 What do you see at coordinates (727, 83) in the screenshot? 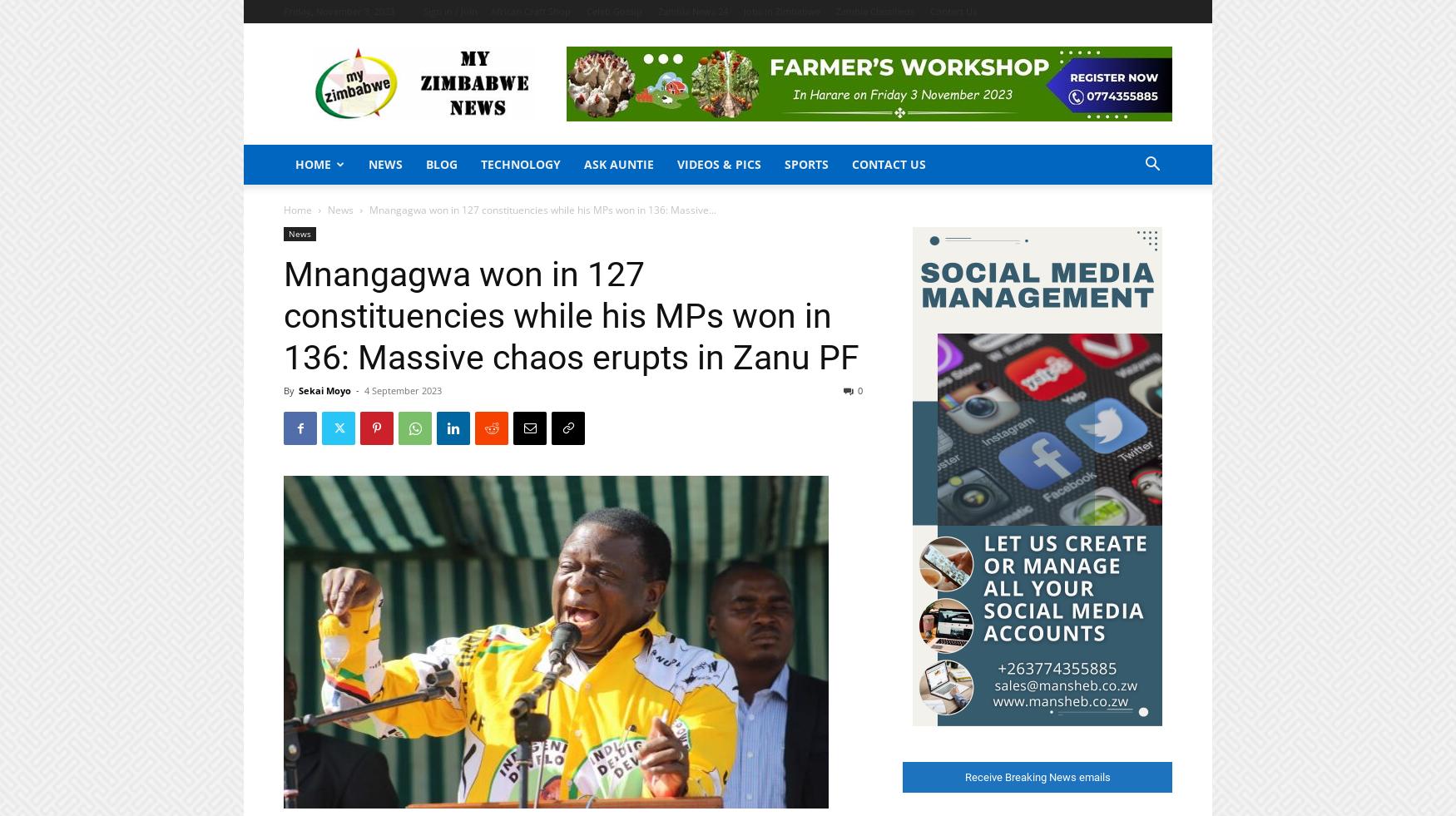
I see `'Search'` at bounding box center [727, 83].